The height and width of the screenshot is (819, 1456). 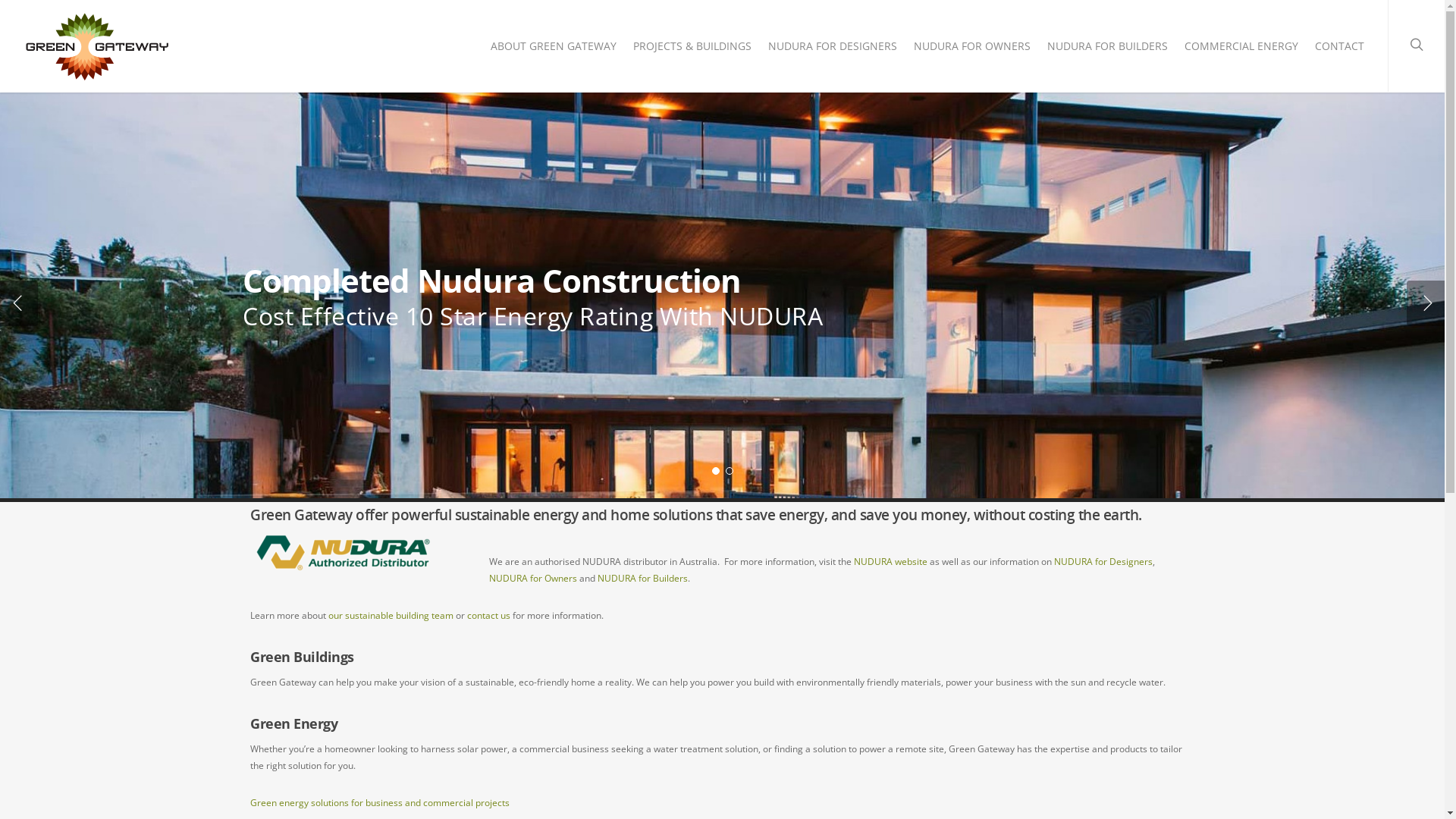 I want to click on 'ABOUT GREEN GATEWAY', so click(x=482, y=49).